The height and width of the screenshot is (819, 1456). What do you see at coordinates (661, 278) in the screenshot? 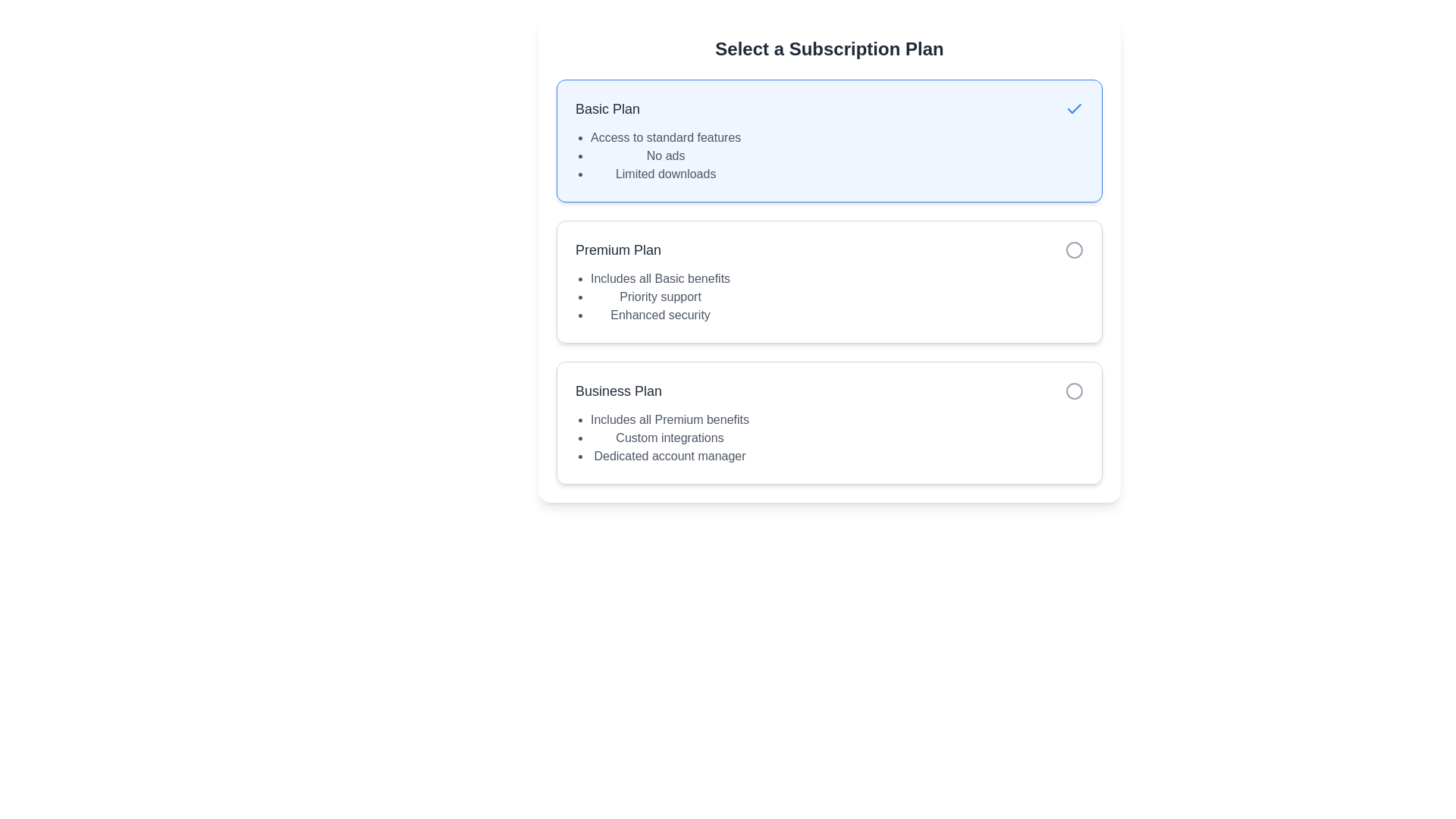
I see `the text line reading 'Includes all Basic benefits' located under the 'Premium Plan' section in the subscription plan selection interface` at bounding box center [661, 278].